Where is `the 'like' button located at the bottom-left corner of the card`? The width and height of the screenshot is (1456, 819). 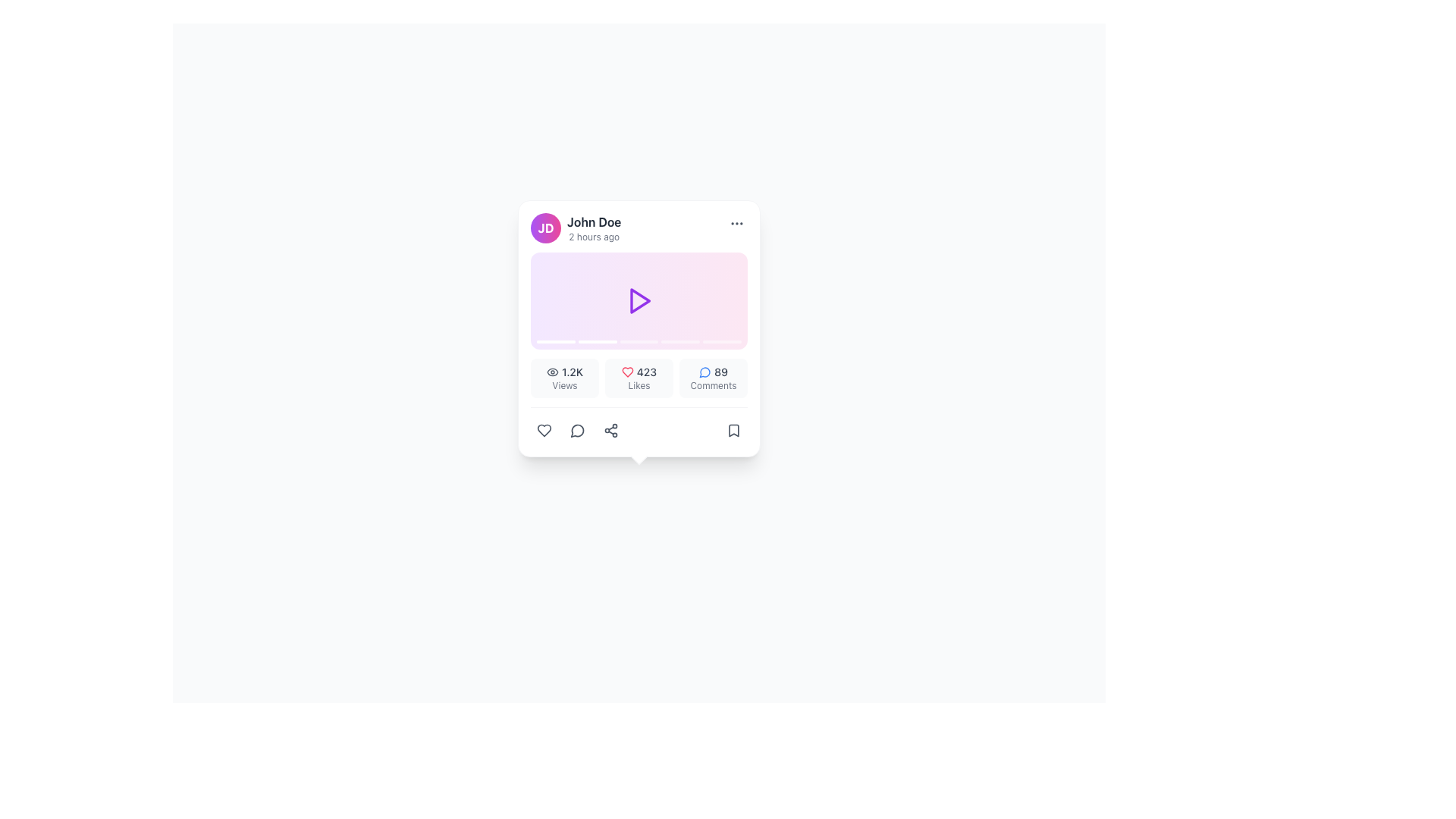
the 'like' button located at the bottom-left corner of the card is located at coordinates (544, 430).